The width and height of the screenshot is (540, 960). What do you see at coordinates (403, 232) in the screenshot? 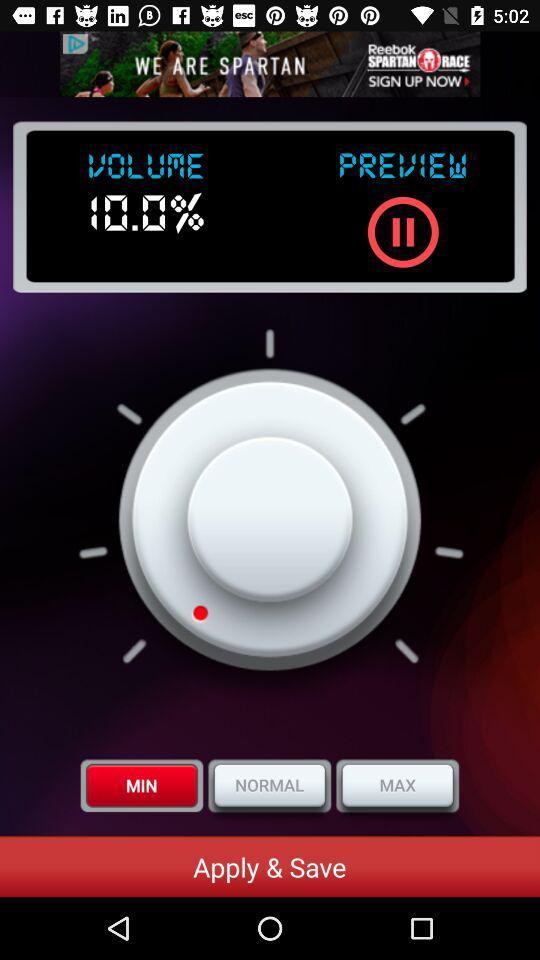
I see `pause` at bounding box center [403, 232].